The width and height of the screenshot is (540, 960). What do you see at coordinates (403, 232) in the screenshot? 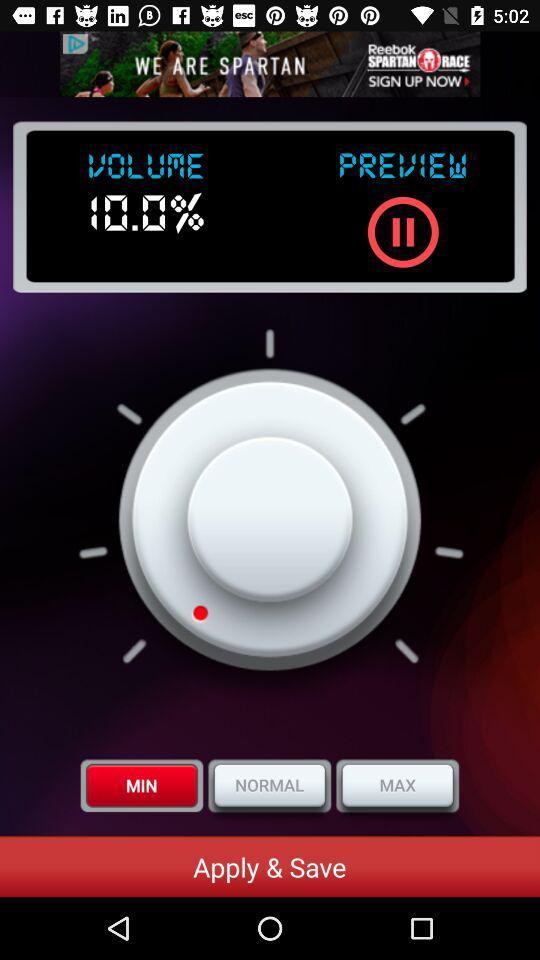
I see `pause` at bounding box center [403, 232].